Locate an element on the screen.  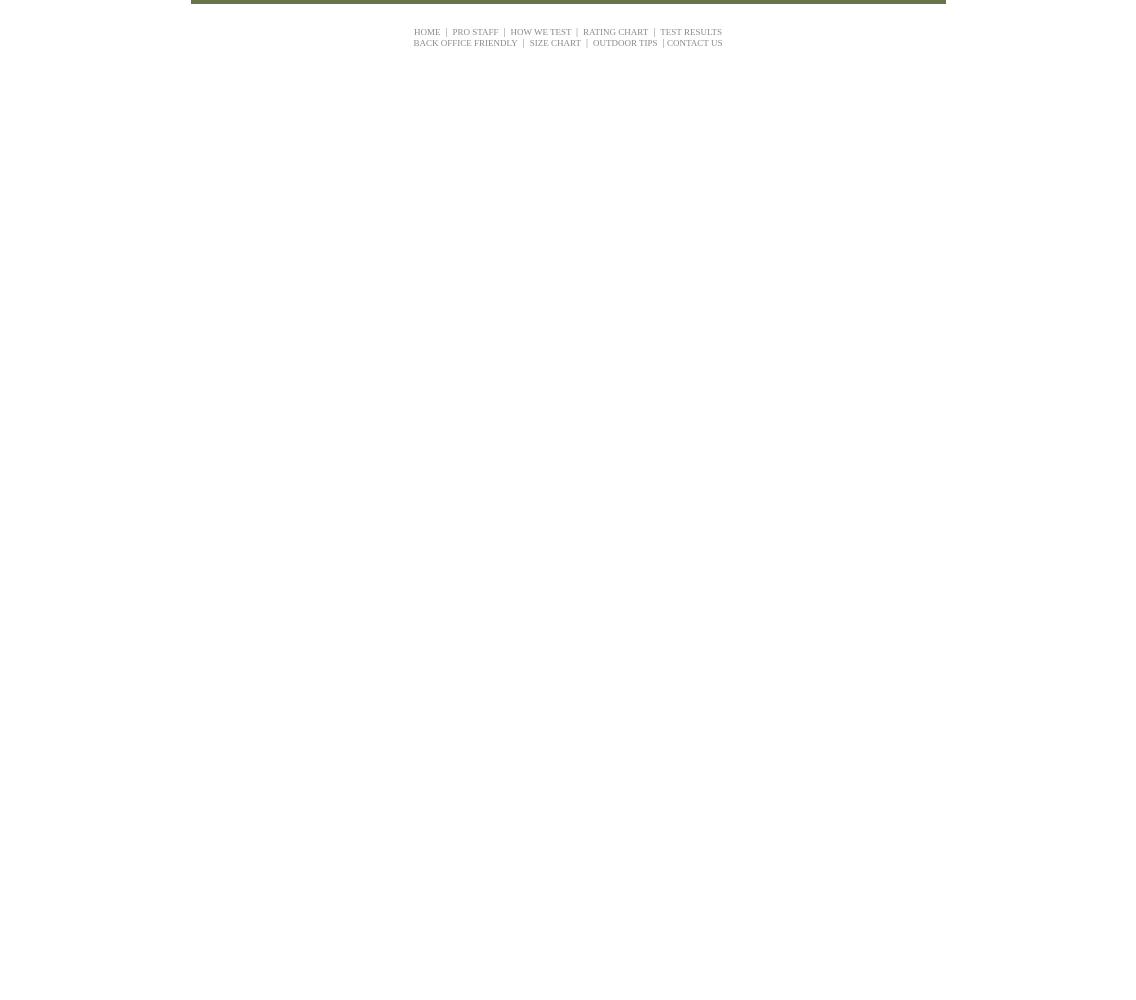
'RATING CHART' is located at coordinates (582, 31).